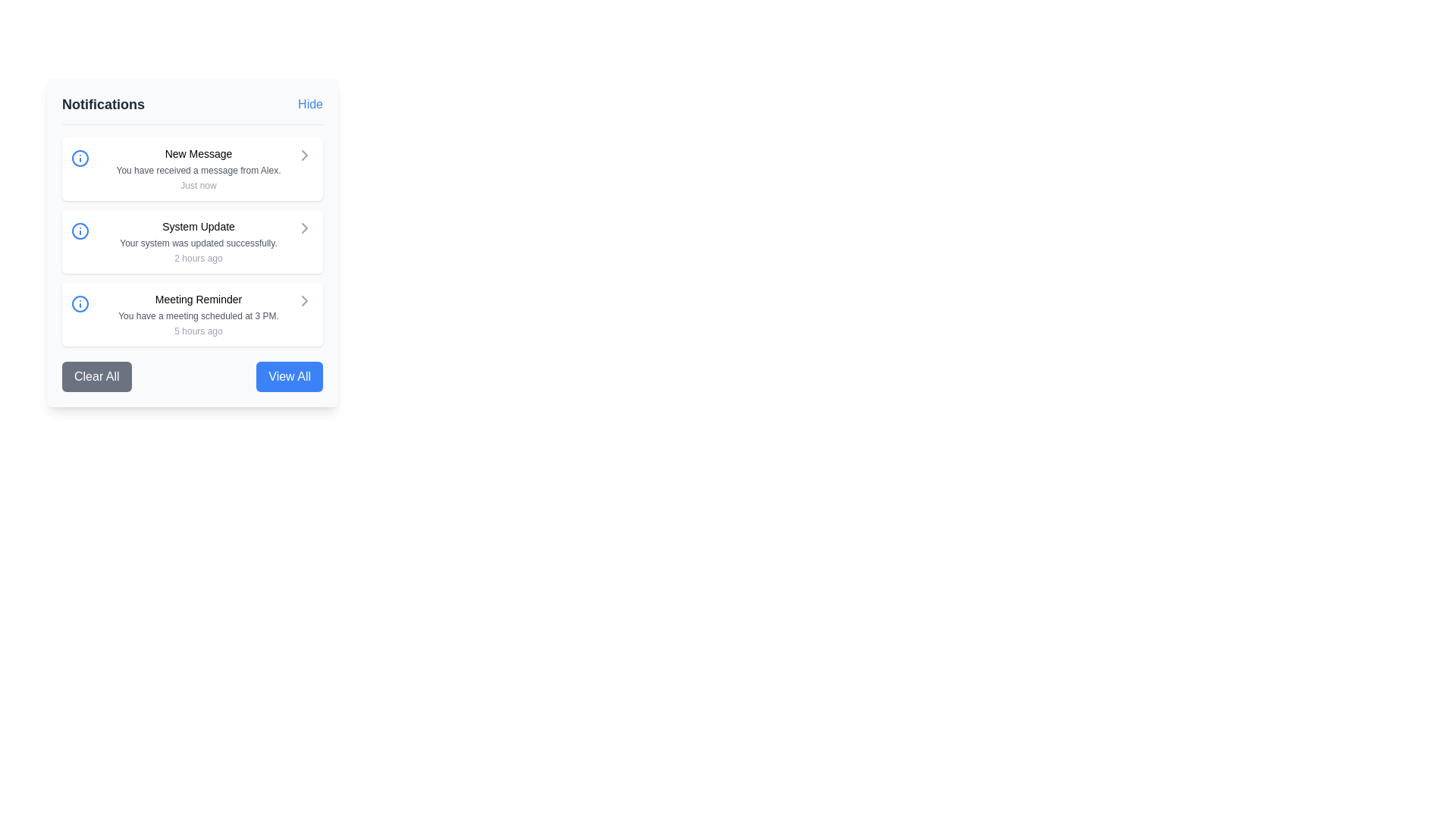  Describe the element at coordinates (304, 227) in the screenshot. I see `the rightward-pointing chevron icon located in the middle of the right edge of the 'System Update' notification entry` at that location.